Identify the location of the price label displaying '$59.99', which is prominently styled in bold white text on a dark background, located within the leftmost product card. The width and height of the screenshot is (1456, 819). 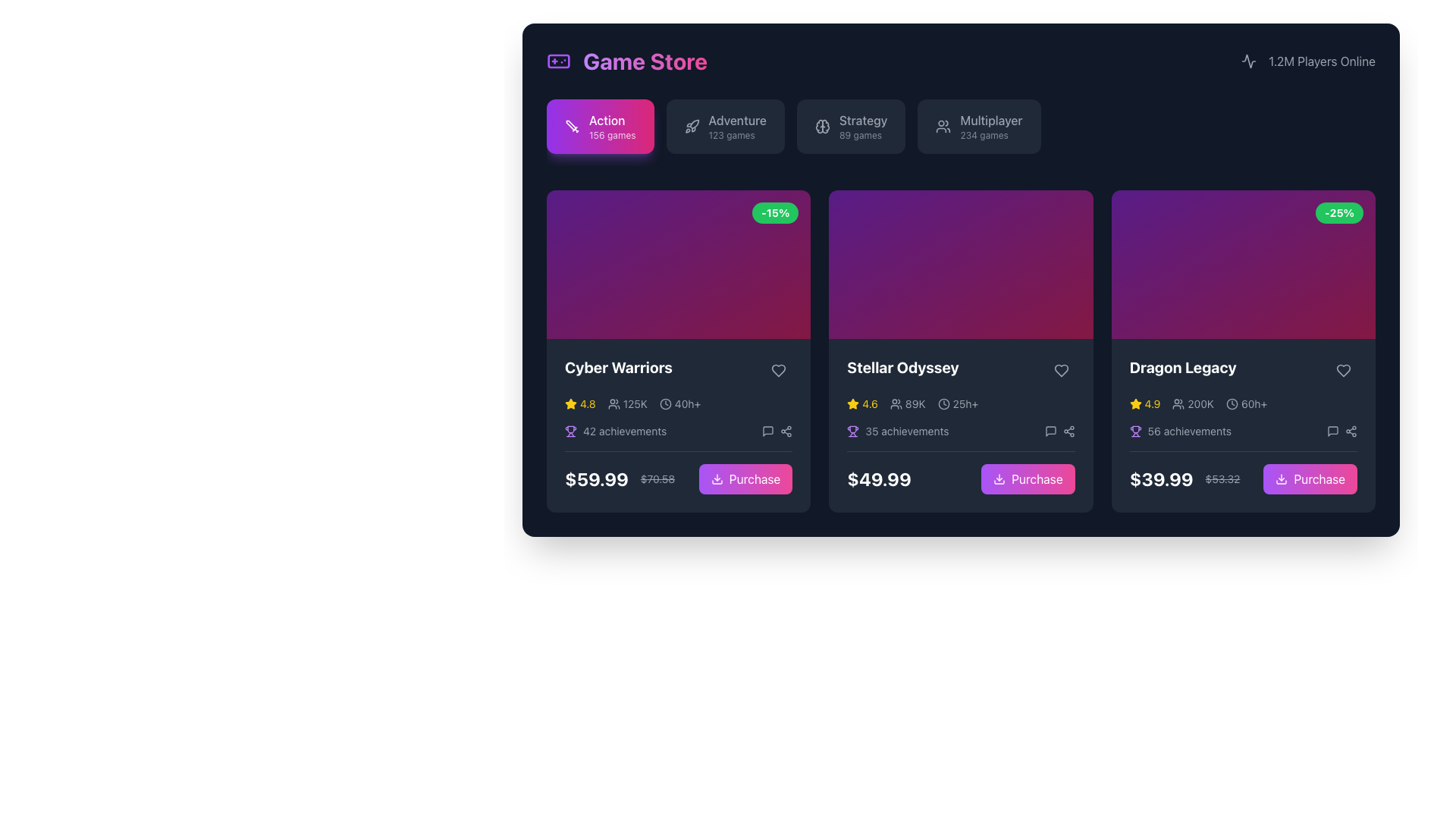
(596, 479).